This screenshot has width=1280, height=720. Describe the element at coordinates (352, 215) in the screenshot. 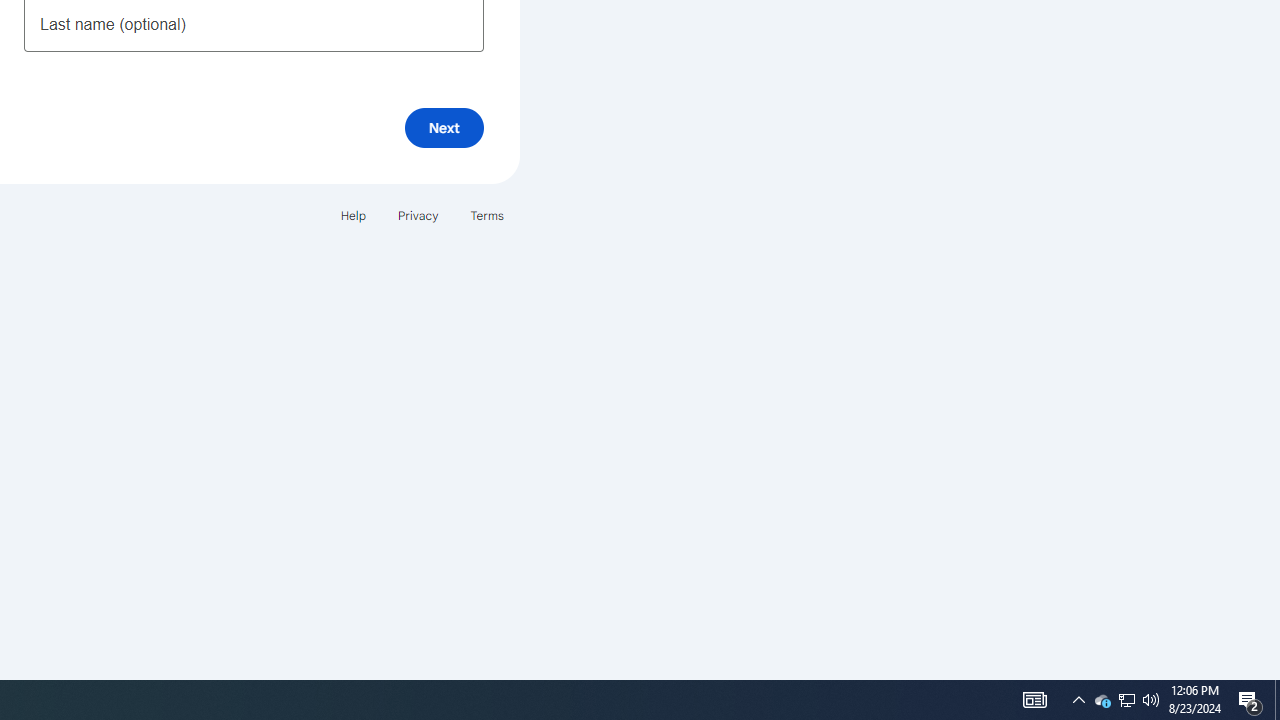

I see `'Help'` at that location.